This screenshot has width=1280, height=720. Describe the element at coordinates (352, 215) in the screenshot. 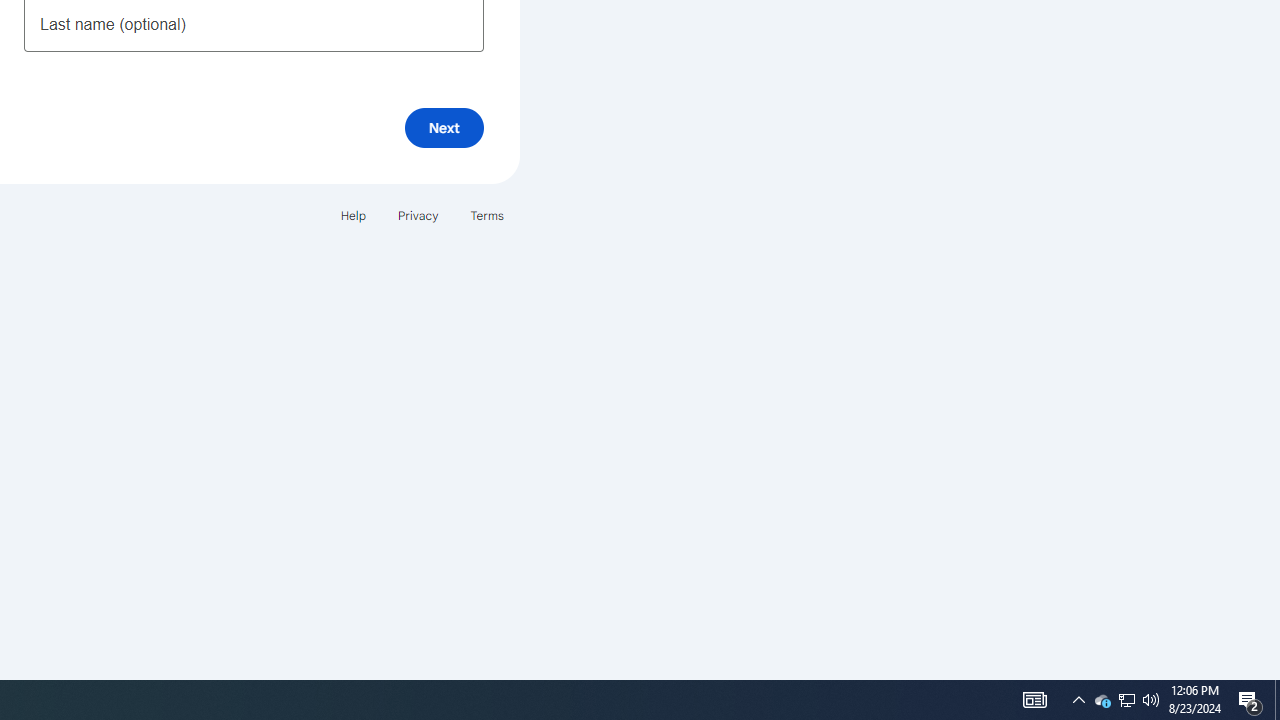

I see `'Help'` at that location.